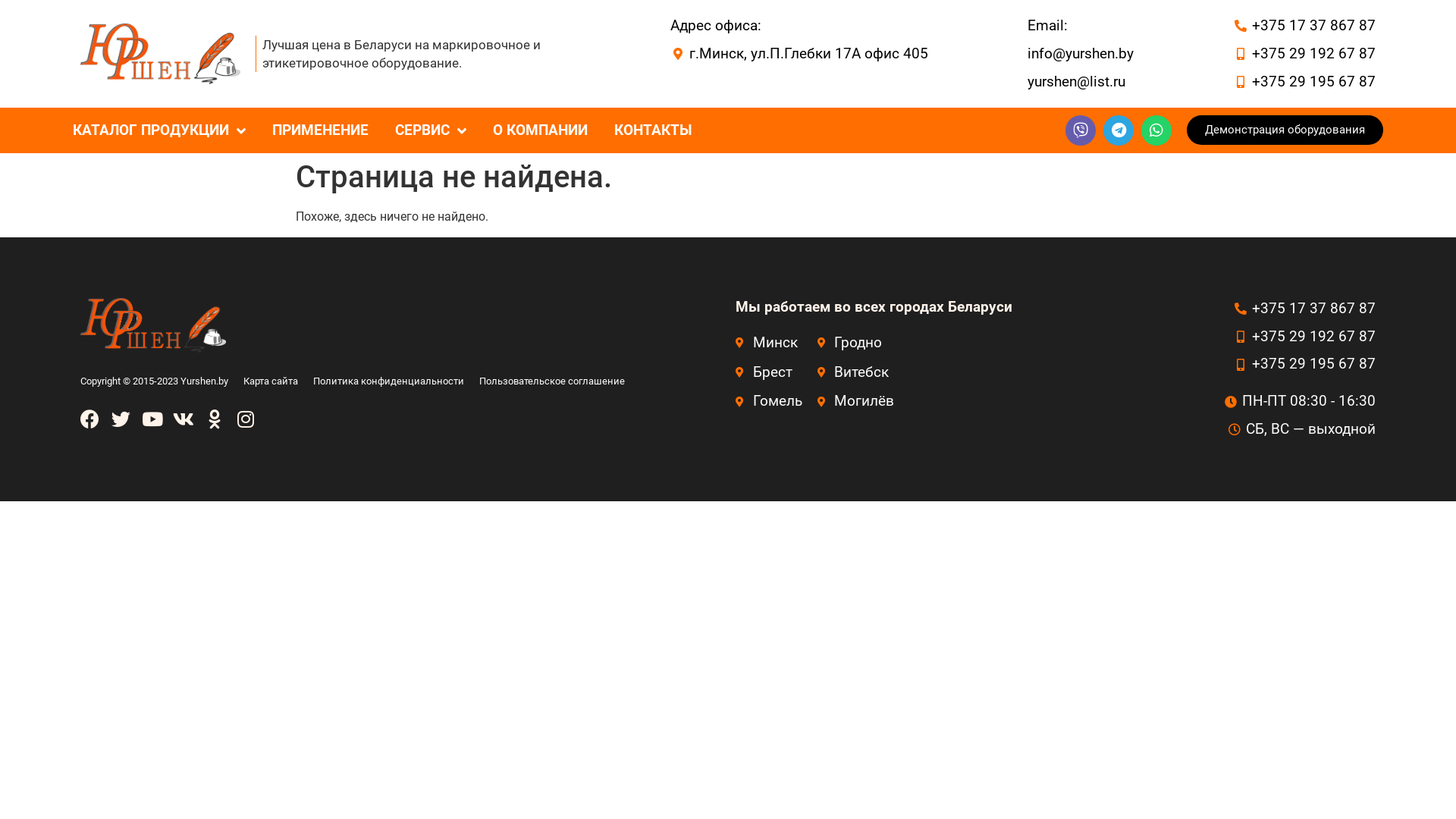  What do you see at coordinates (1303, 82) in the screenshot?
I see `'+375 29 195 67 87'` at bounding box center [1303, 82].